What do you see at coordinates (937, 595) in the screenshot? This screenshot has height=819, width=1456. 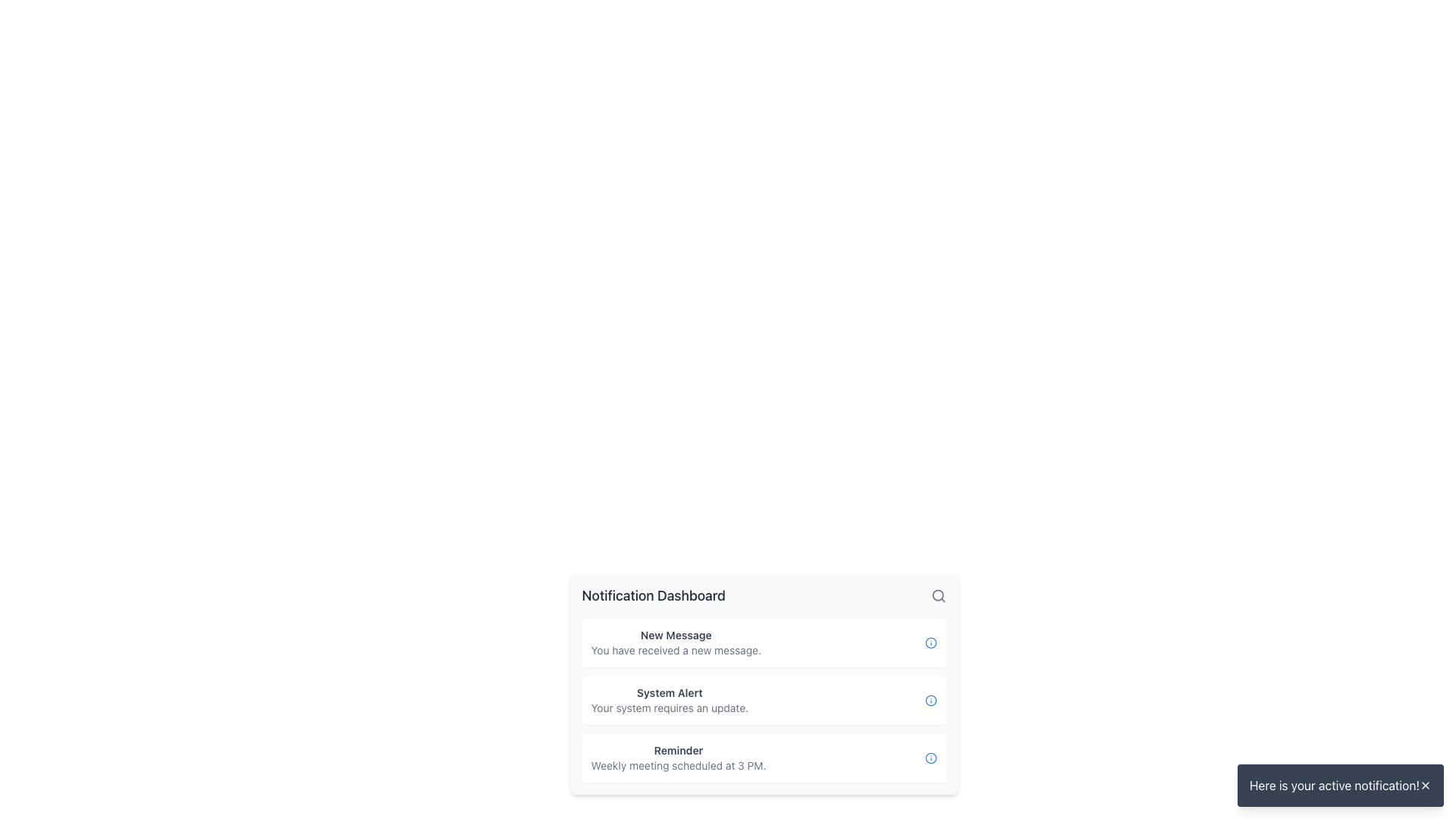 I see `the search icon located in the top-right corner of the 'Notification Dashboard' header to initiate a search` at bounding box center [937, 595].